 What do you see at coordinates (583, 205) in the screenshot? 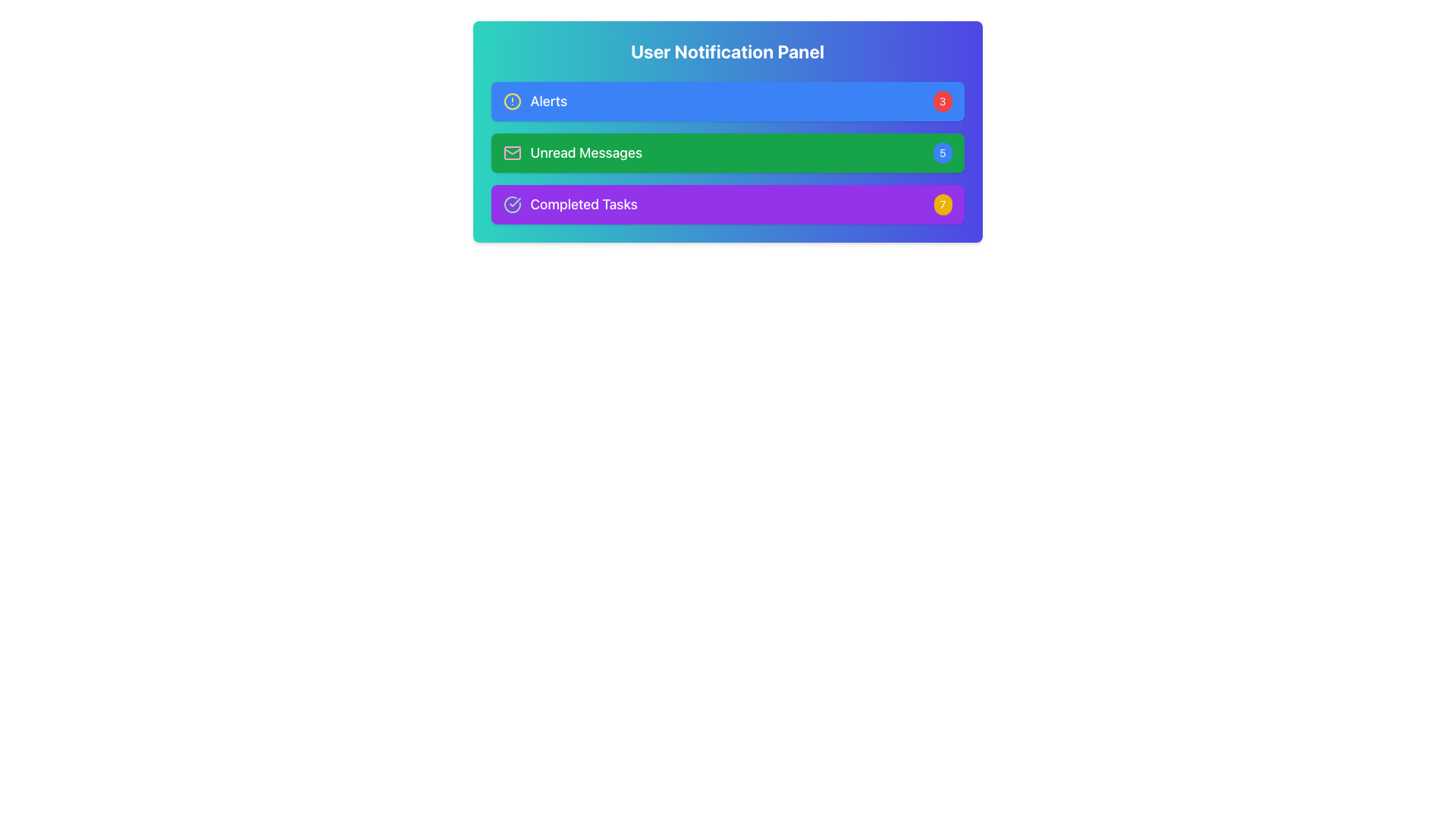
I see `text content of the label that reads 'Completed Tasks', which is positioned against a purple background and aligned to the right of a green checkmark icon` at bounding box center [583, 205].